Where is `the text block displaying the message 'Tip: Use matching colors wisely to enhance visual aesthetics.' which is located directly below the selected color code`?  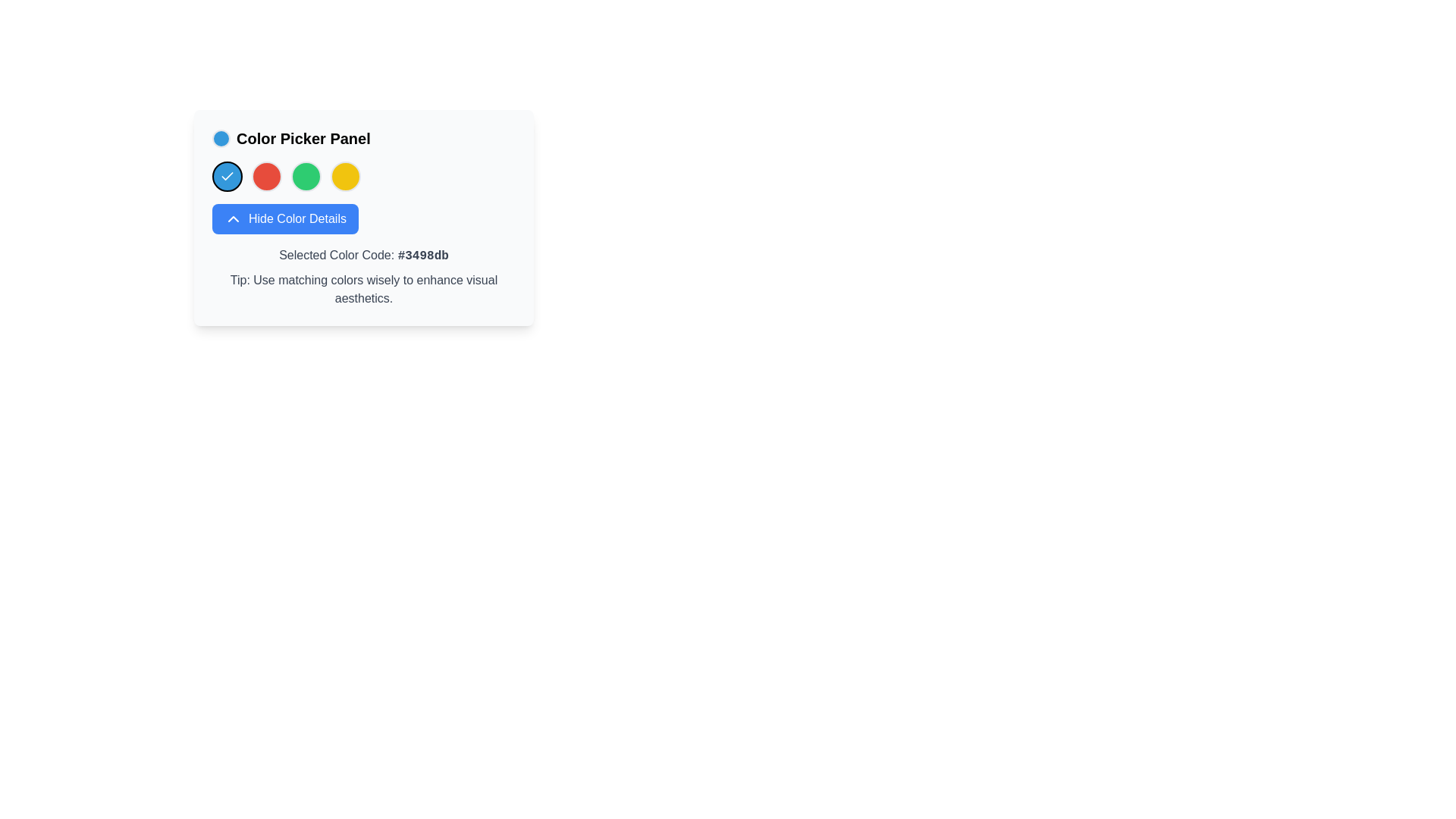 the text block displaying the message 'Tip: Use matching colors wisely to enhance visual aesthetics.' which is located directly below the selected color code is located at coordinates (364, 289).